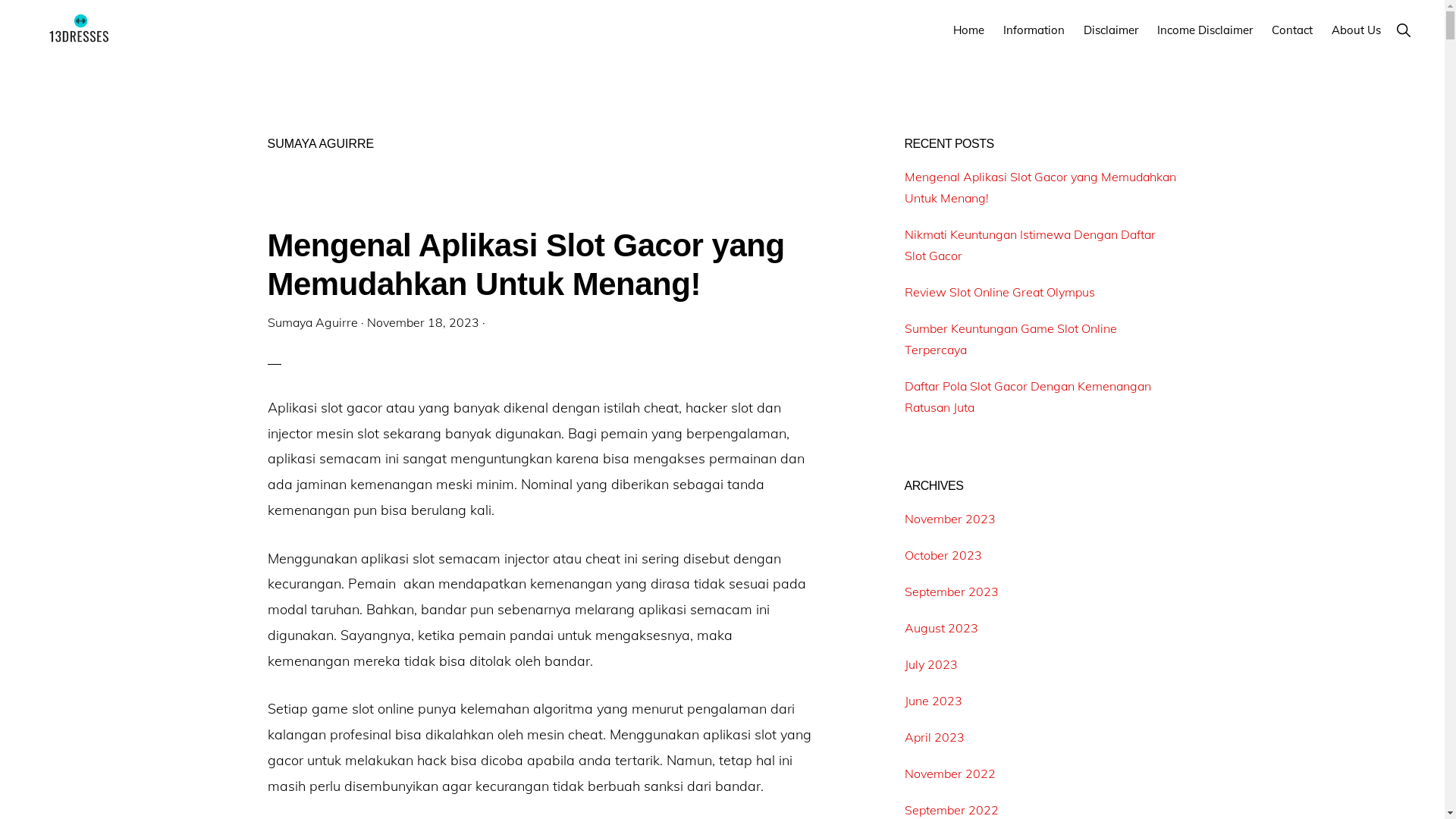  I want to click on 'July 2023', so click(930, 663).